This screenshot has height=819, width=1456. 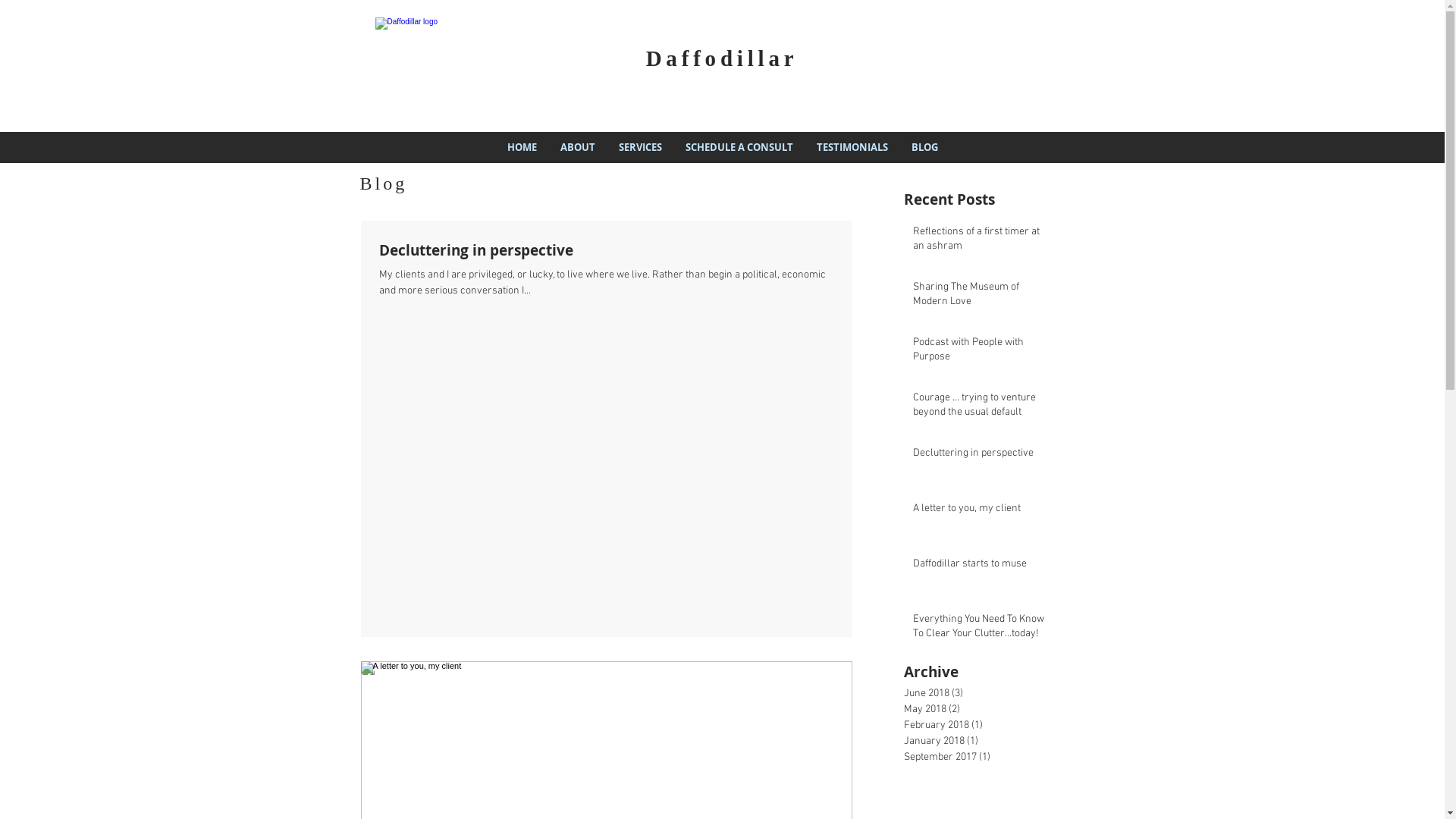 What do you see at coordinates (983, 709) in the screenshot?
I see `'May 2018 (2)'` at bounding box center [983, 709].